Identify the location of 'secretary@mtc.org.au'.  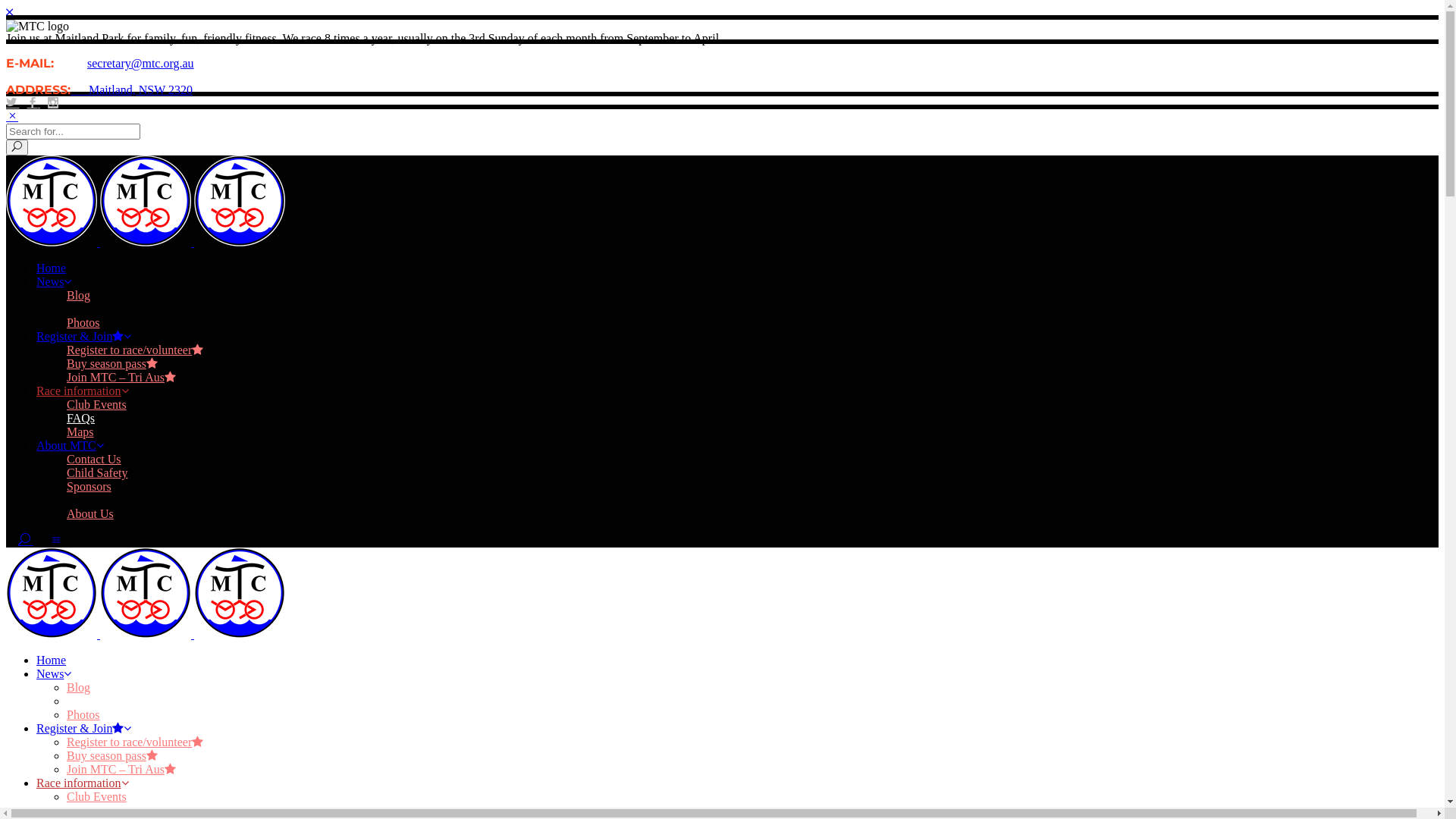
(140, 62).